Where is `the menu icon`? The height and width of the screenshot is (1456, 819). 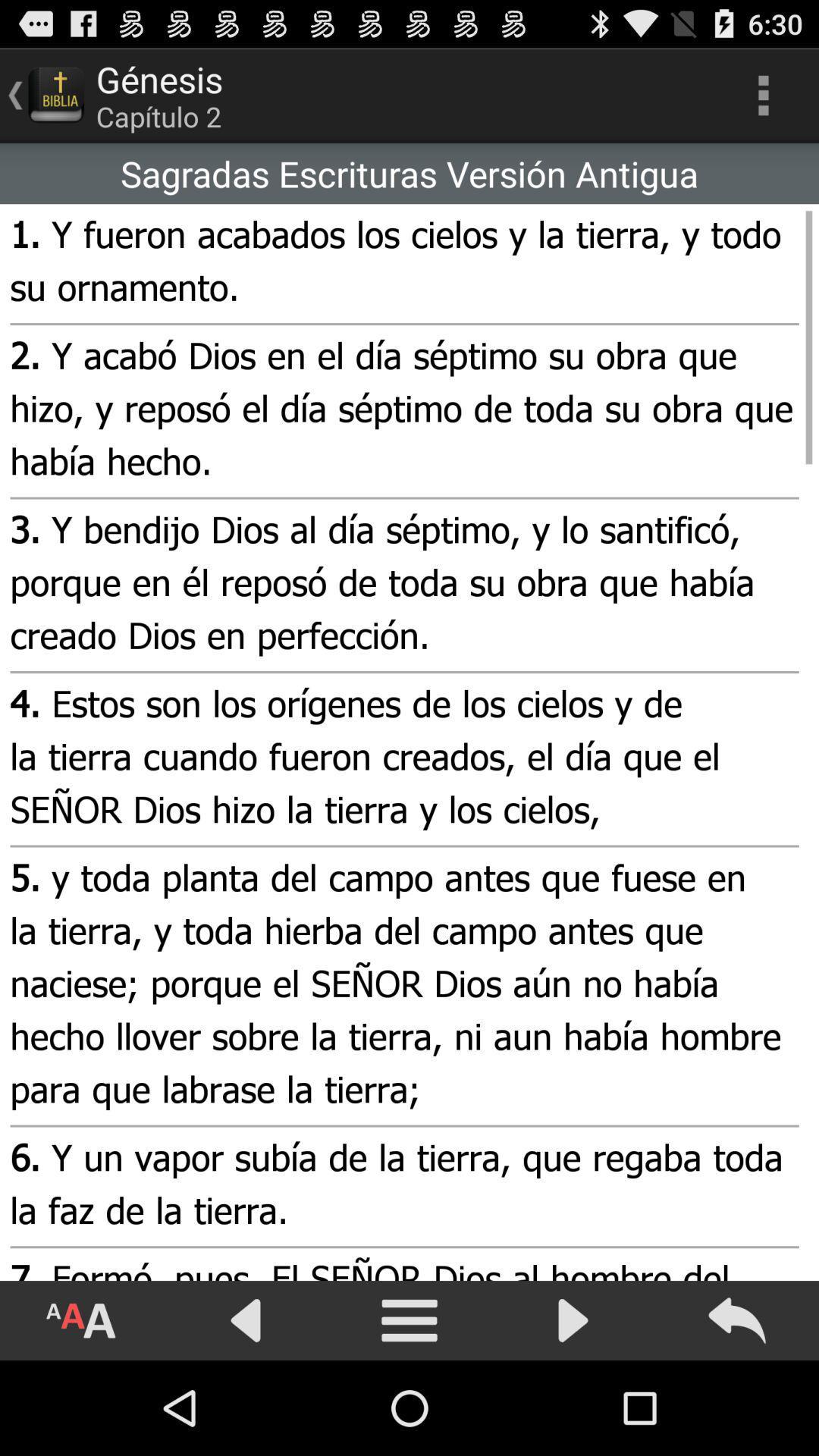 the menu icon is located at coordinates (409, 1412).